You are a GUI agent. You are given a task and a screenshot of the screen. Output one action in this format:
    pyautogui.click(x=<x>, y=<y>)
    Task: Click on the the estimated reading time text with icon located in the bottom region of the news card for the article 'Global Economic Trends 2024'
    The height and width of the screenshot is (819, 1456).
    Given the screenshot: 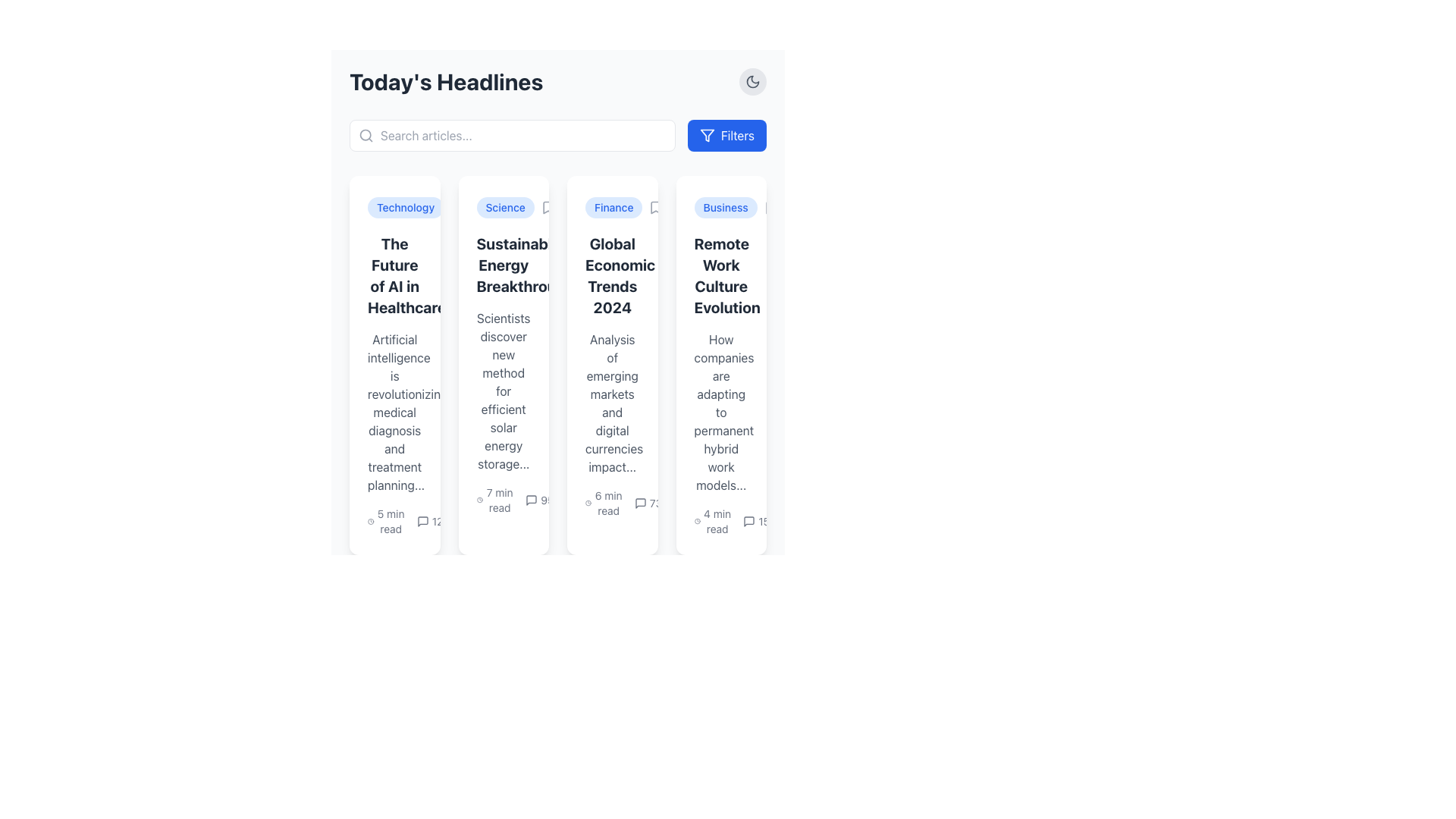 What is the action you would take?
    pyautogui.click(x=603, y=503)
    